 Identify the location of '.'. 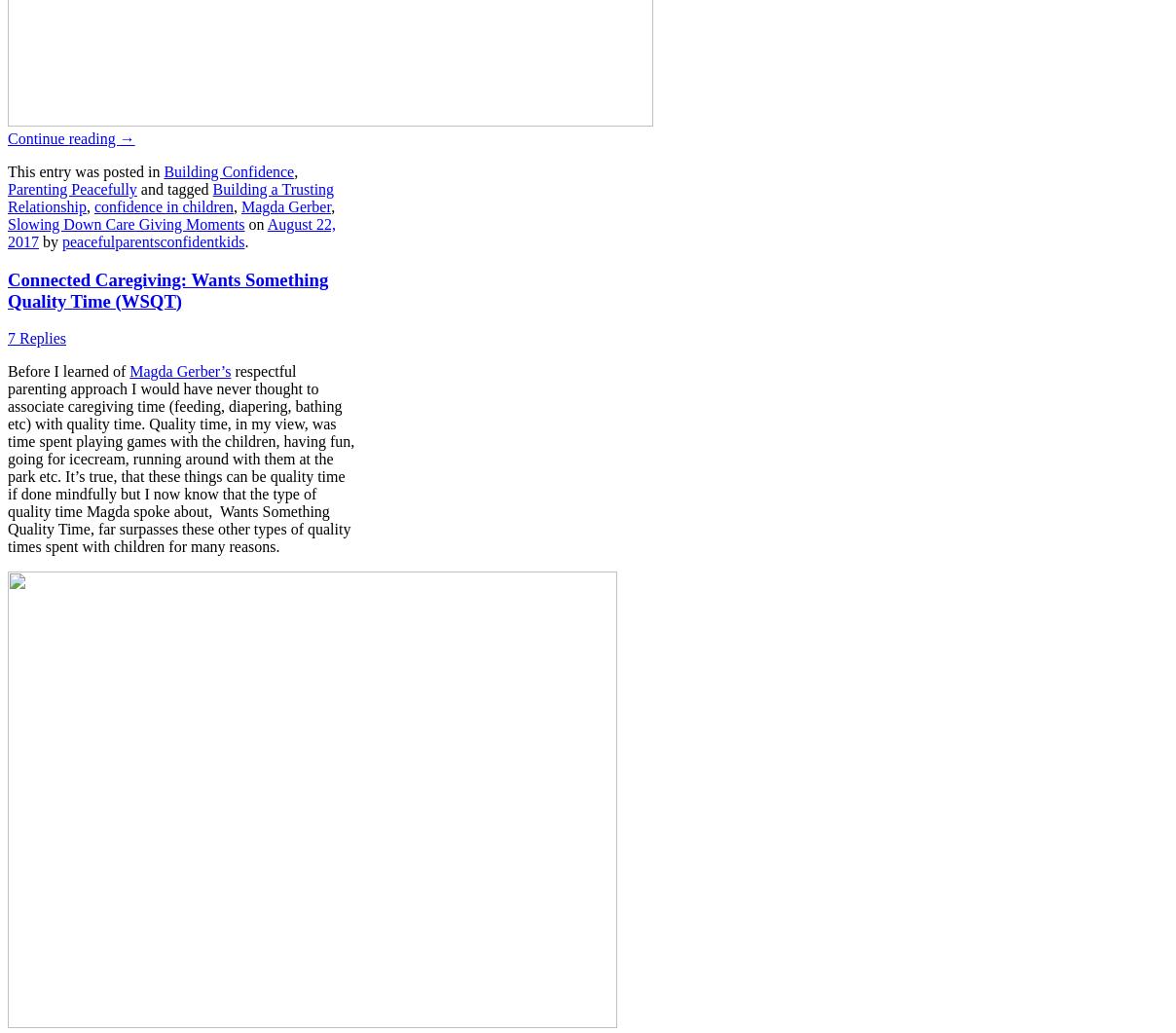
(245, 240).